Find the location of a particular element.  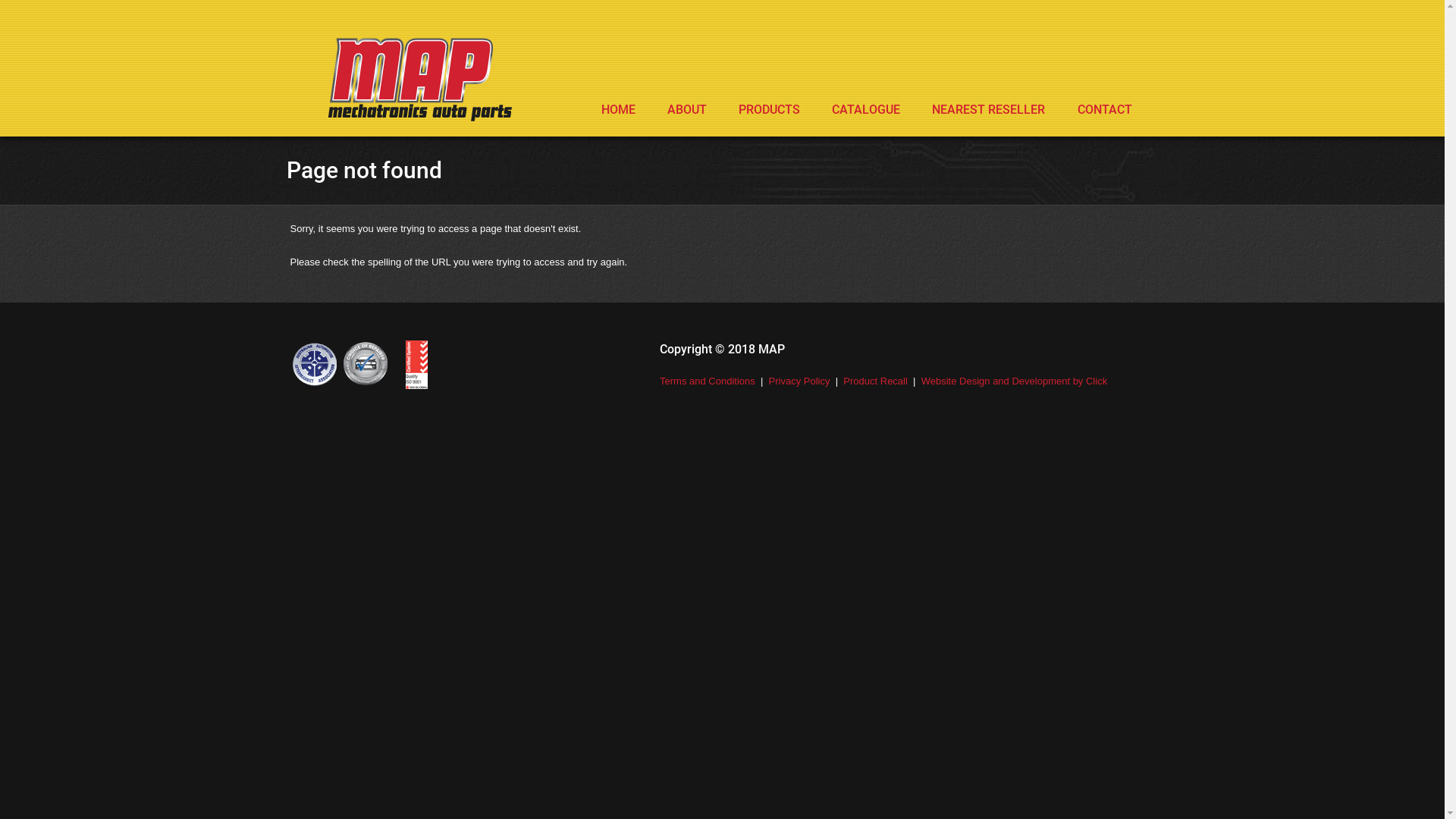

'NEAREST RESELLER' is located at coordinates (988, 109).